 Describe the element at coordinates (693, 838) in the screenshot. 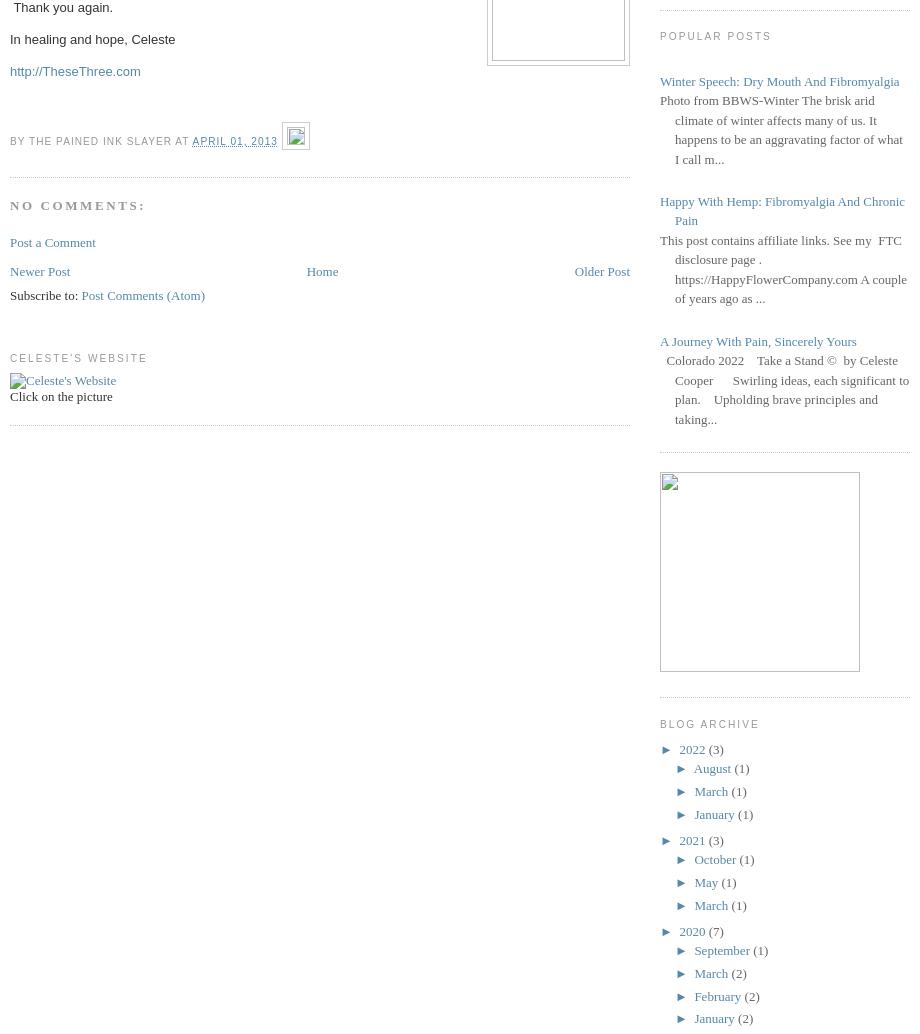

I see `'2021'` at that location.